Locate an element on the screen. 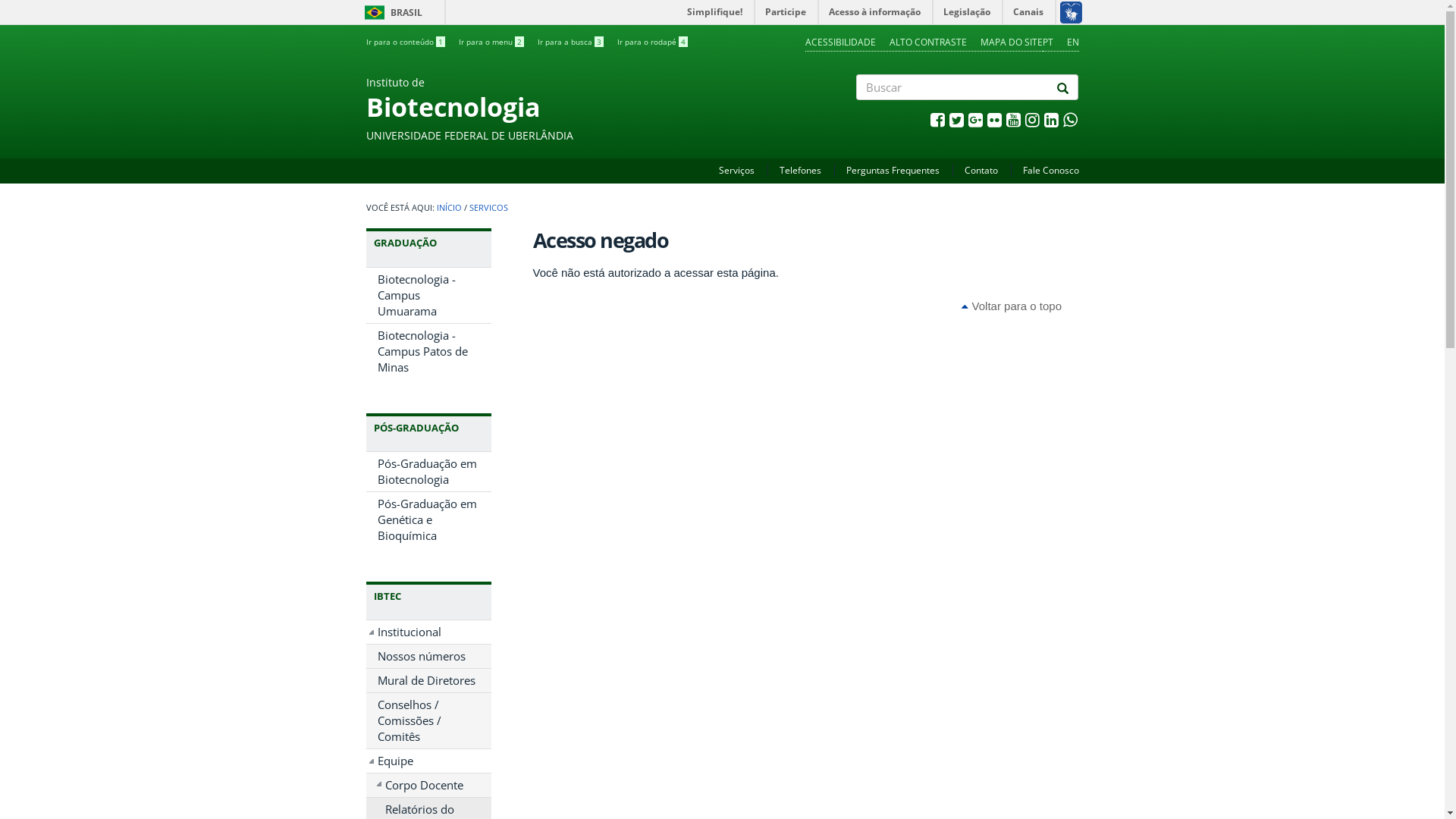 The height and width of the screenshot is (819, 1456). 'Mural de Diretores' is located at coordinates (365, 679).